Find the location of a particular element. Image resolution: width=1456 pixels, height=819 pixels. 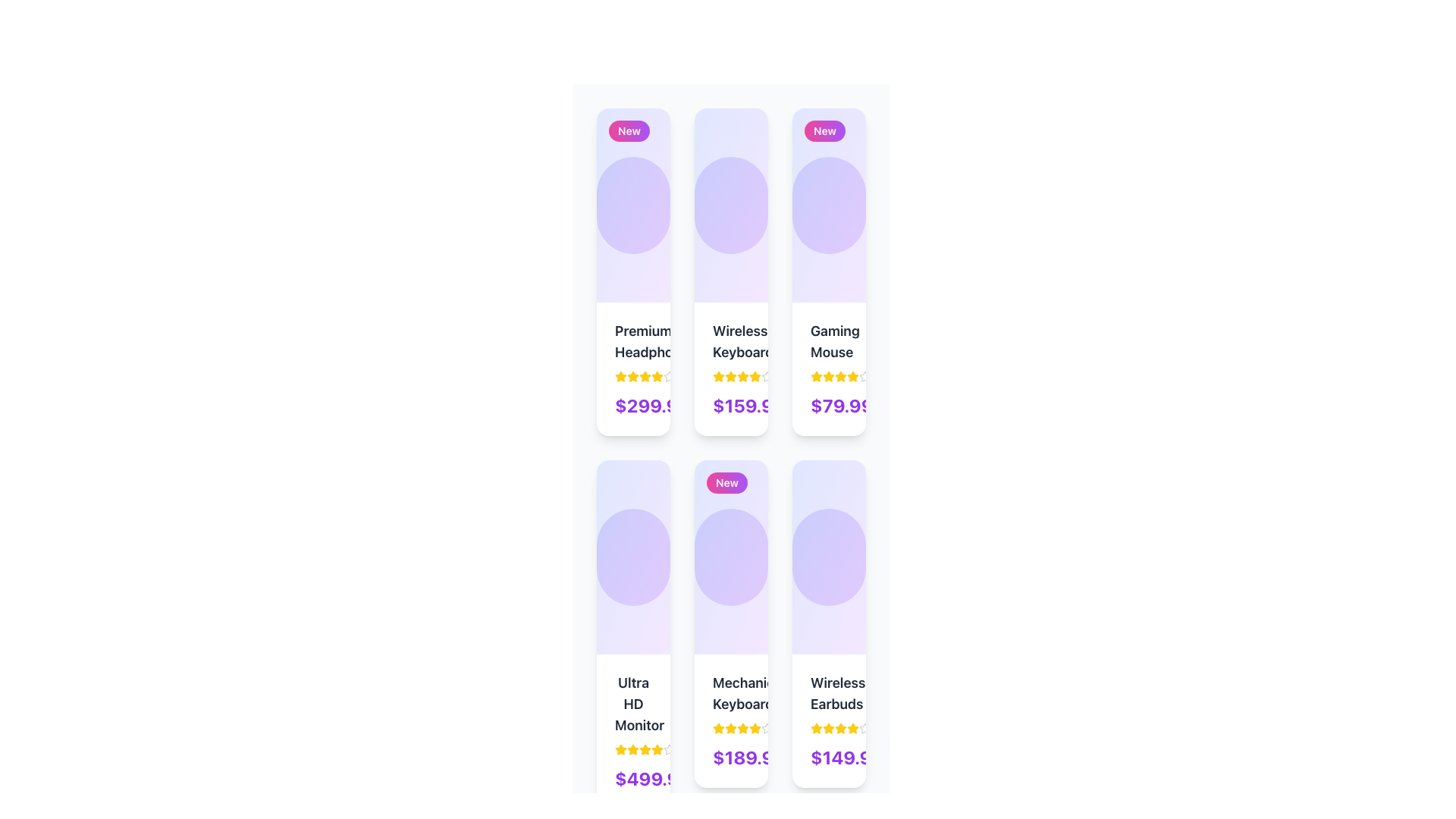

the second yellow rating star in the rating section below 'Ultra HD Monitor' for information is located at coordinates (633, 748).